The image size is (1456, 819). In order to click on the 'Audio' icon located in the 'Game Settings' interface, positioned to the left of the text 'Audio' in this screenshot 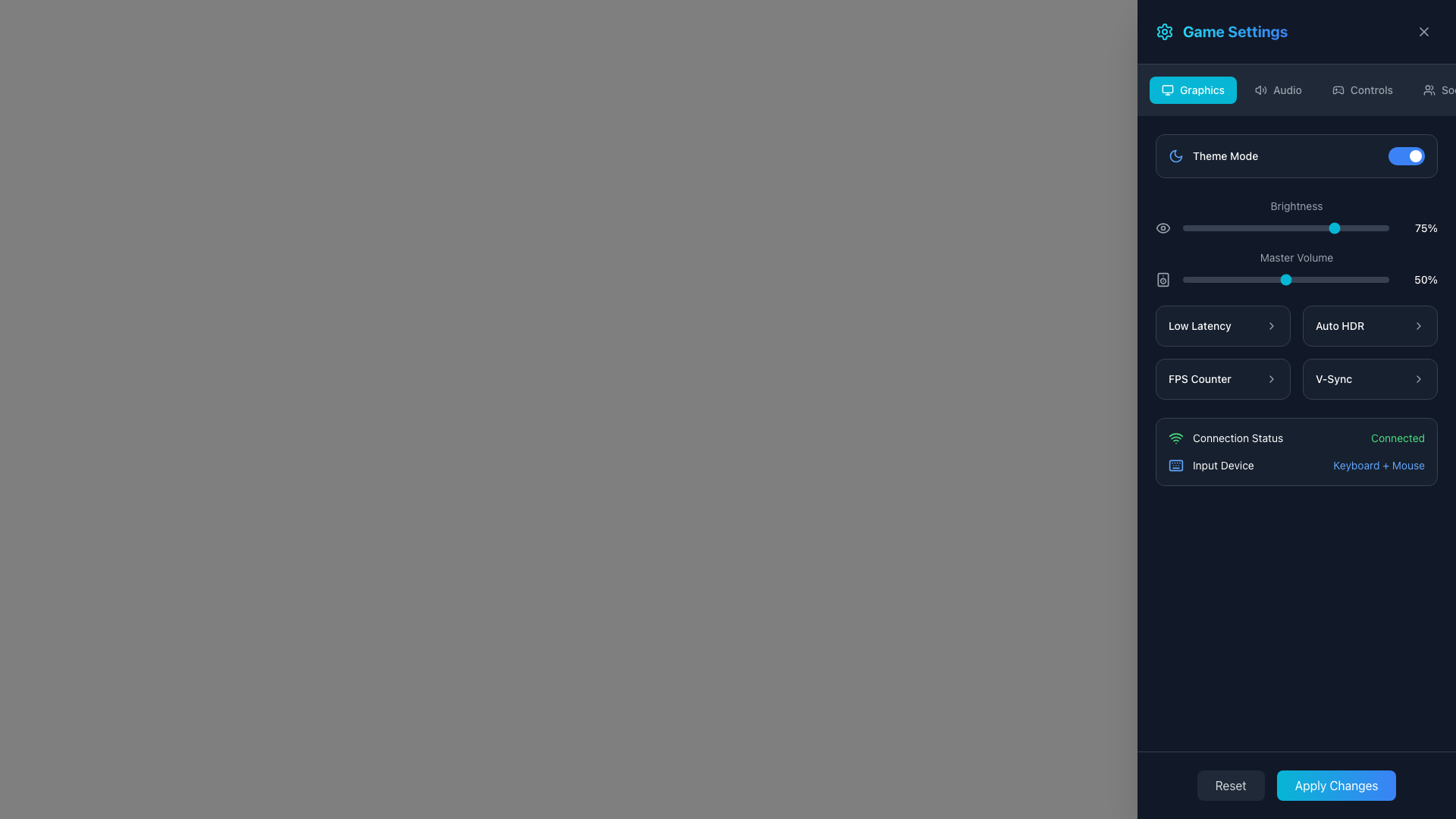, I will do `click(1261, 90)`.